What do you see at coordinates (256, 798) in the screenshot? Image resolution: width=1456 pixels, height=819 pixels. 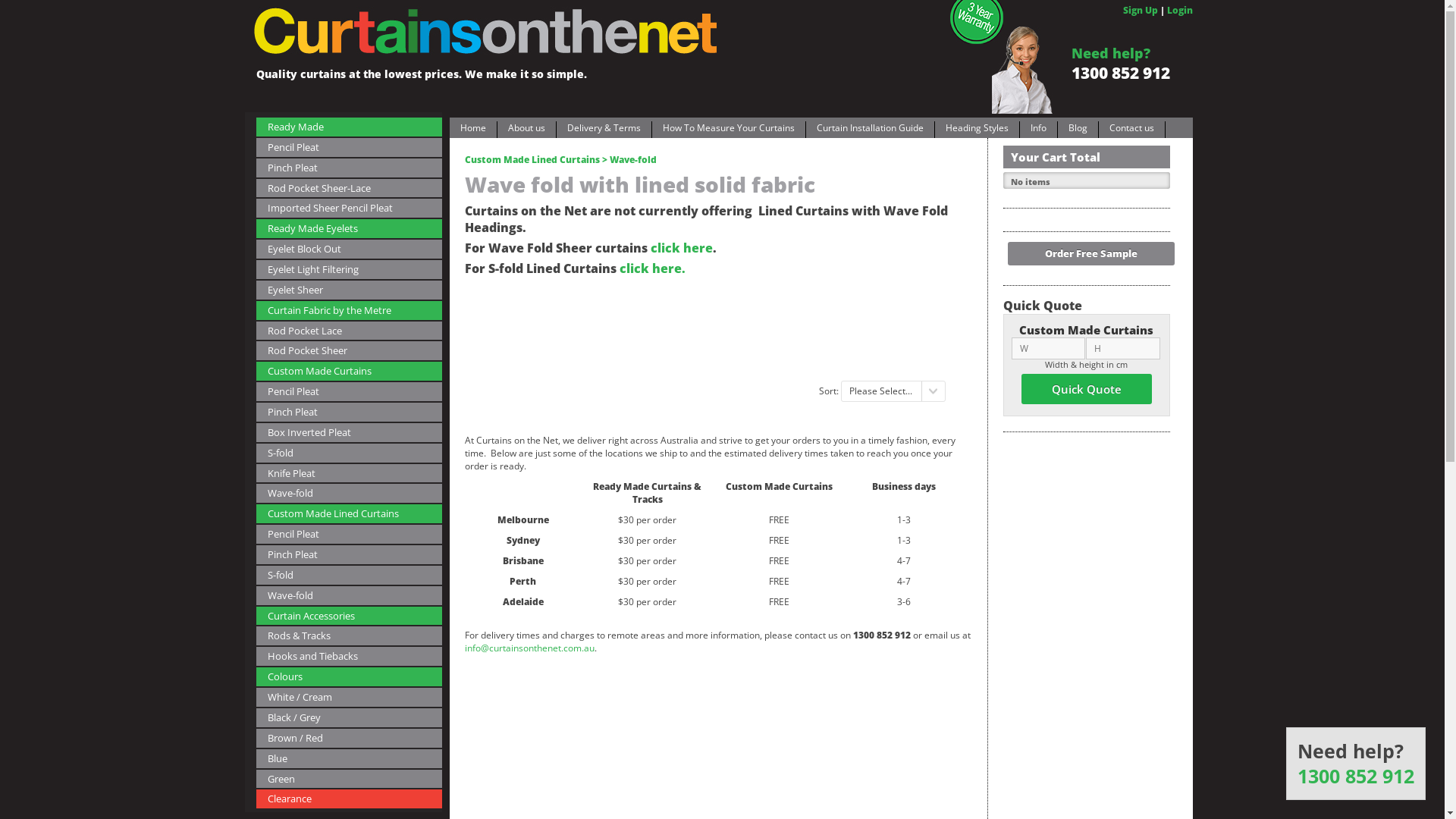 I see `'Clearance'` at bounding box center [256, 798].